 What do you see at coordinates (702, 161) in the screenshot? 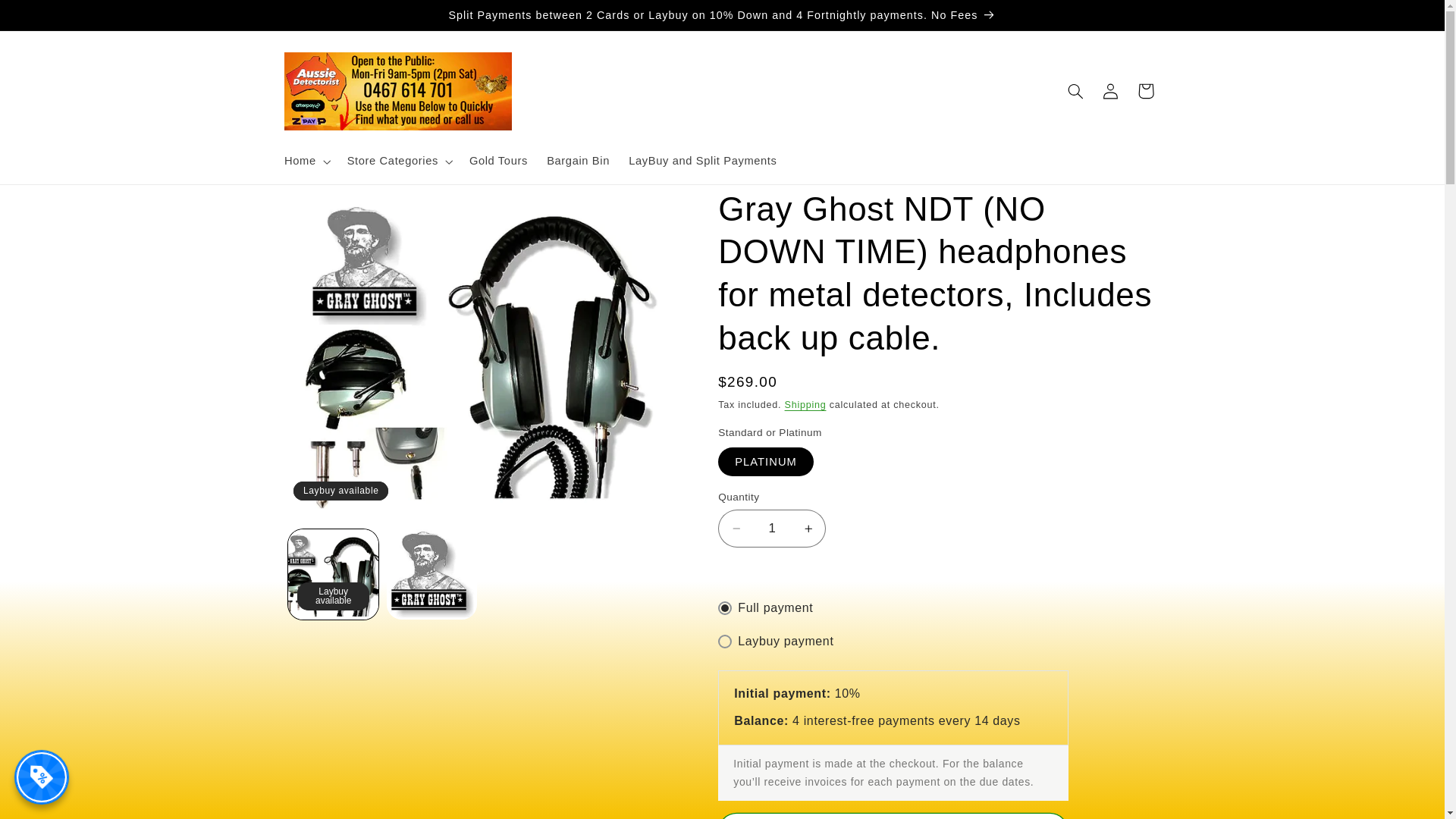
I see `'LayBuy and Split Payments'` at bounding box center [702, 161].